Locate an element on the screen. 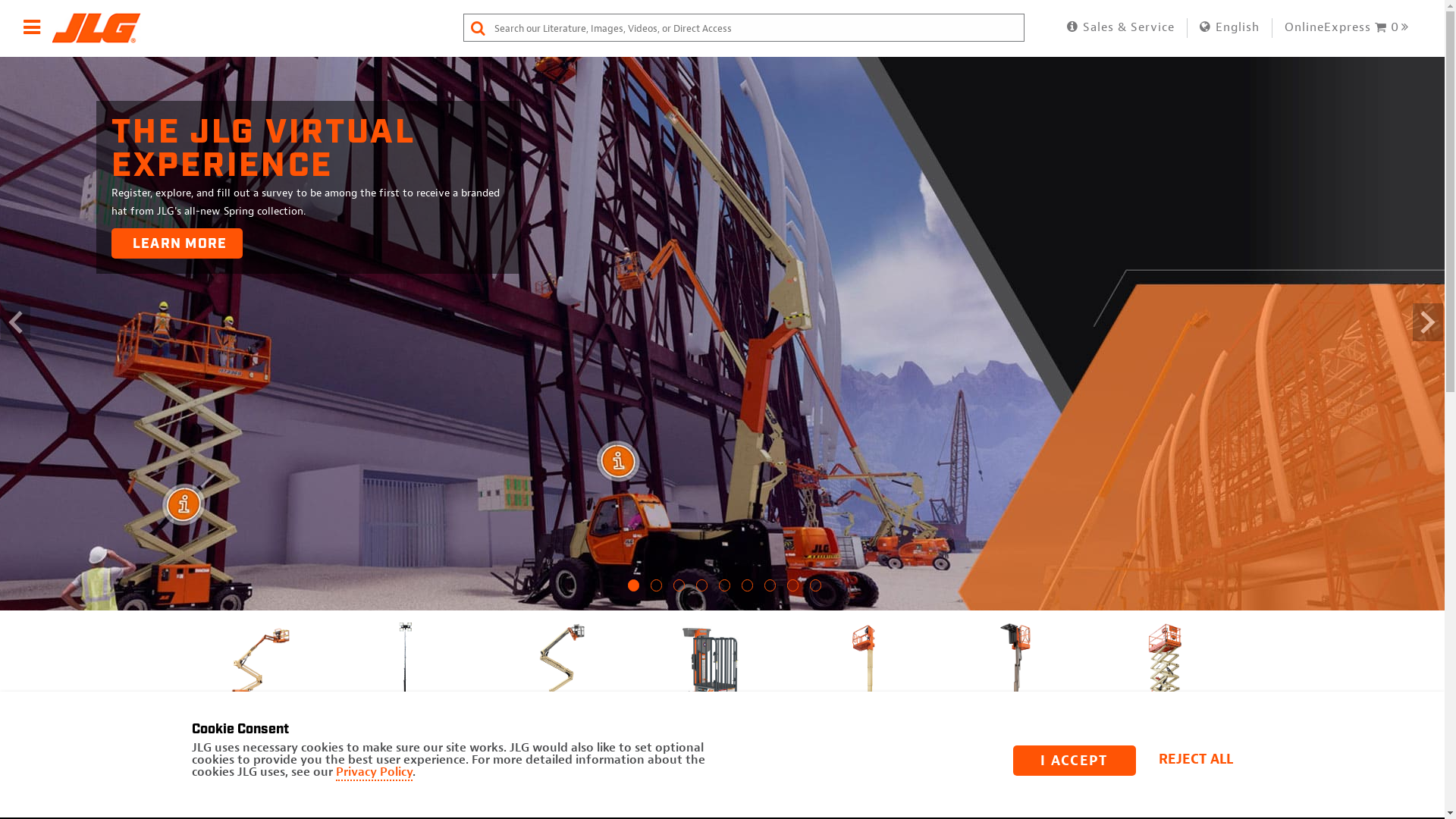 This screenshot has width=1456, height=819. 'LEARN MORE' is located at coordinates (177, 242).